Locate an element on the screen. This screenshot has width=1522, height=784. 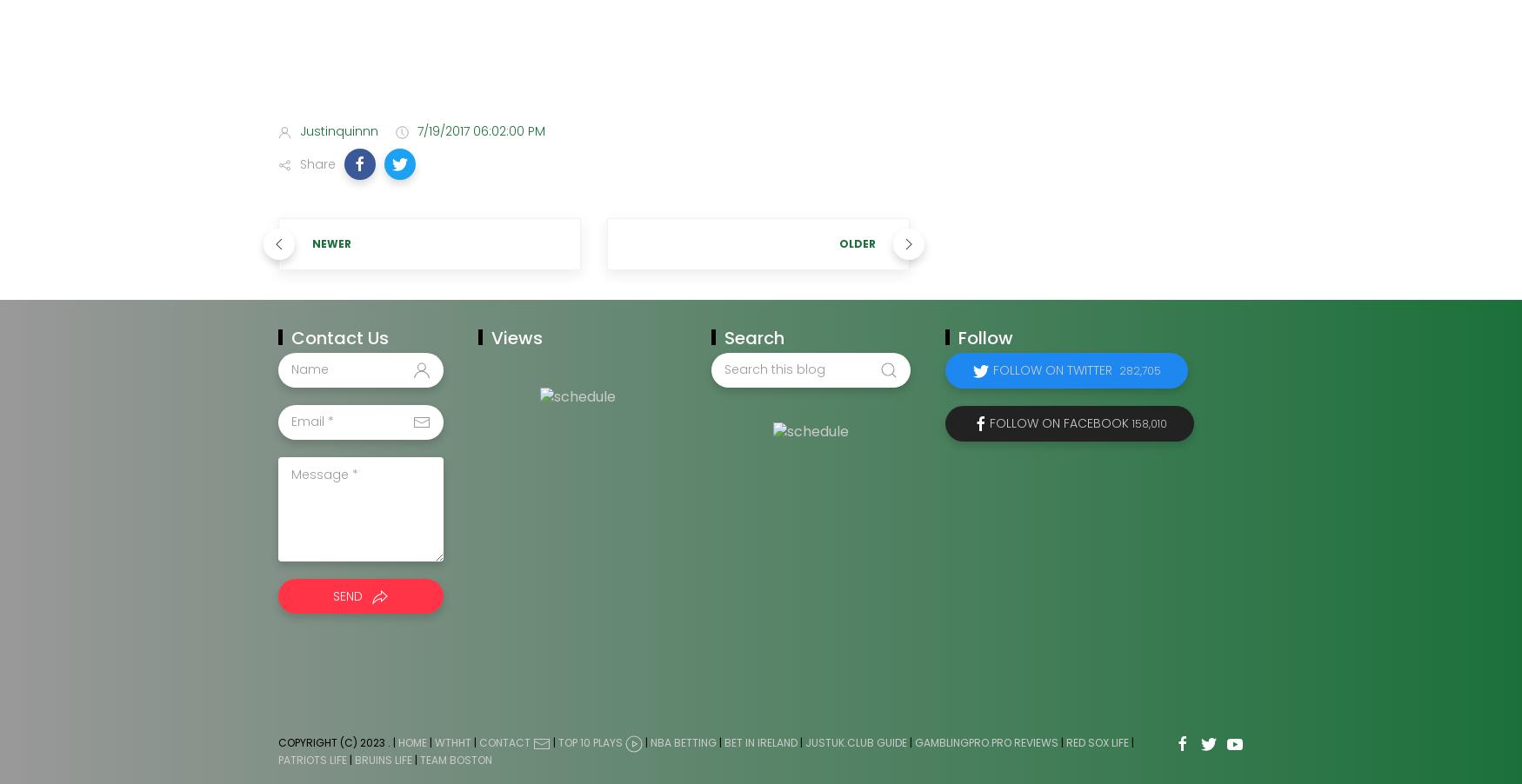
'WTHHT' is located at coordinates (451, 741).